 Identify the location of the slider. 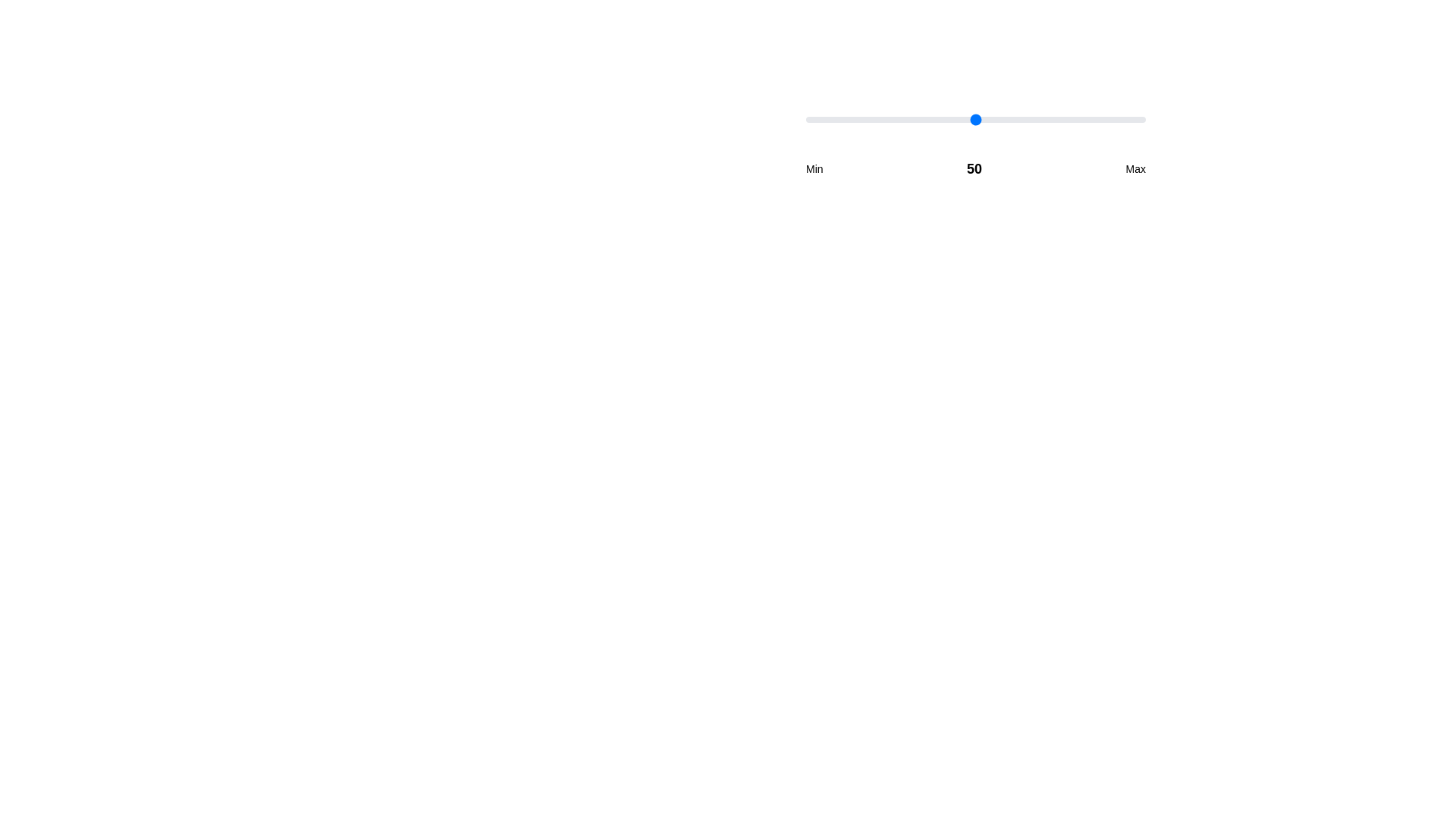
(822, 119).